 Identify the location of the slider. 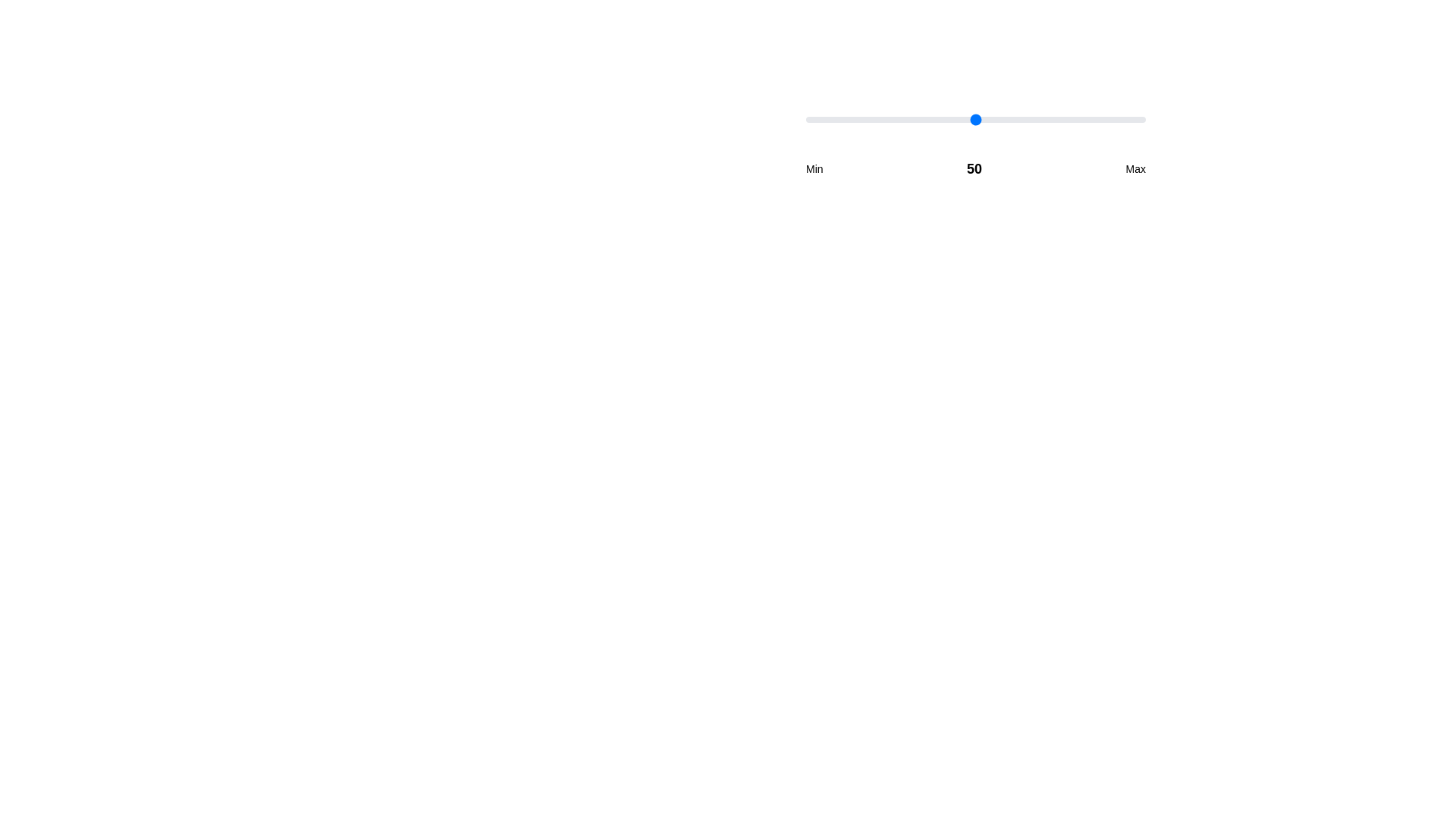
(822, 119).